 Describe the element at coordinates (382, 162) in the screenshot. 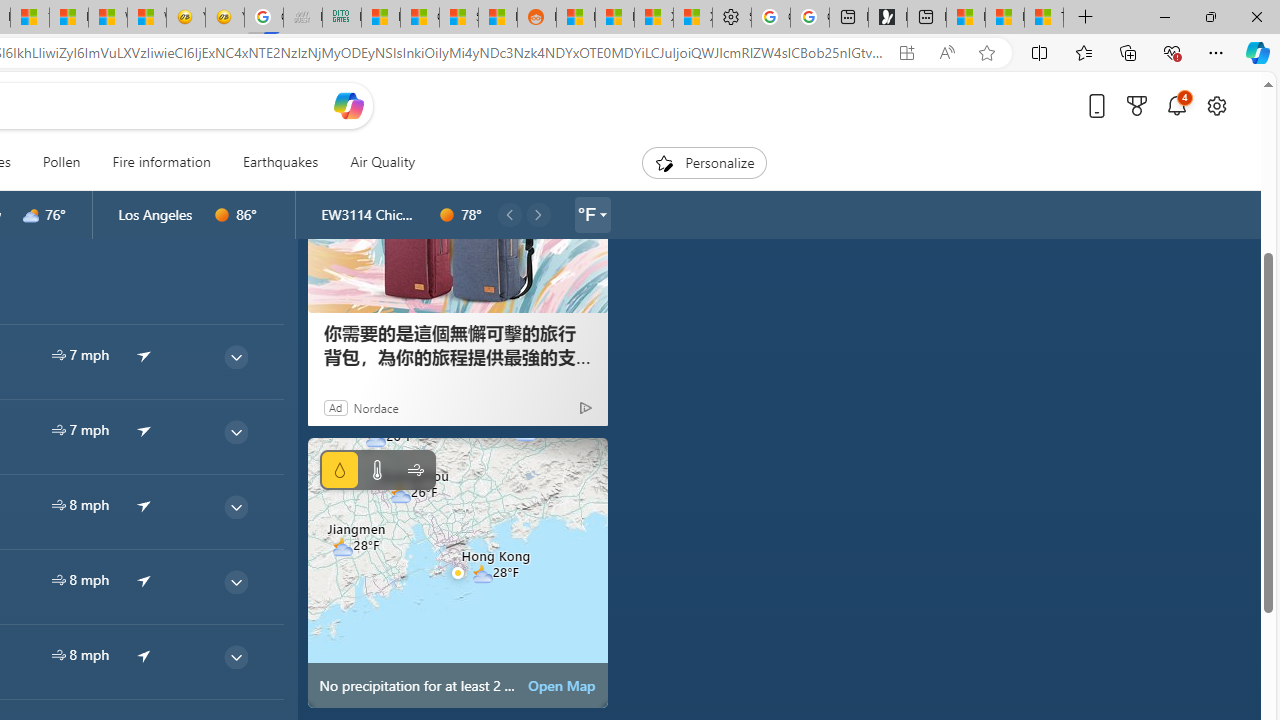

I see `'Air Quality'` at that location.